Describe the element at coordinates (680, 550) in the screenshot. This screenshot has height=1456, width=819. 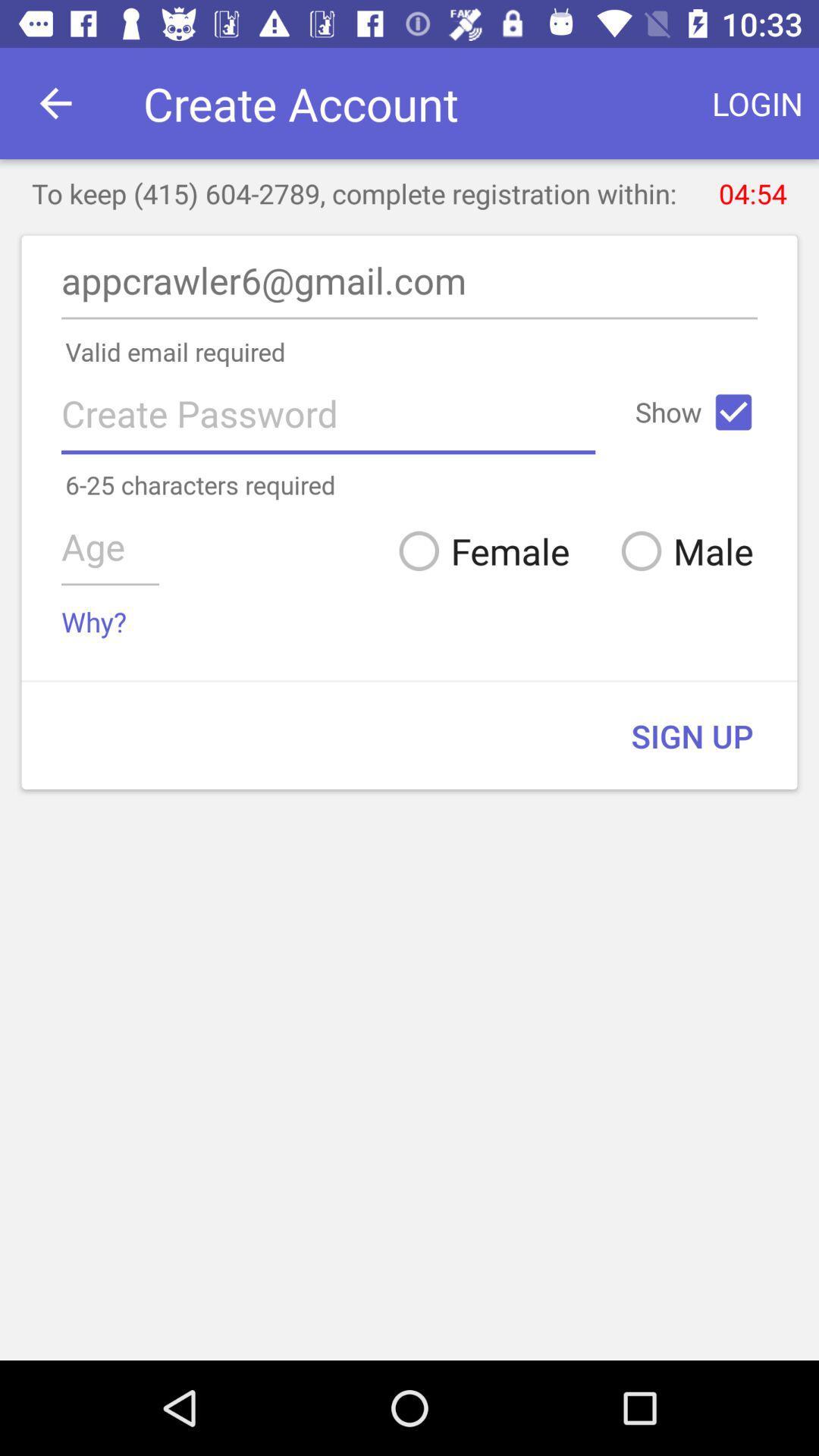
I see `male icon` at that location.